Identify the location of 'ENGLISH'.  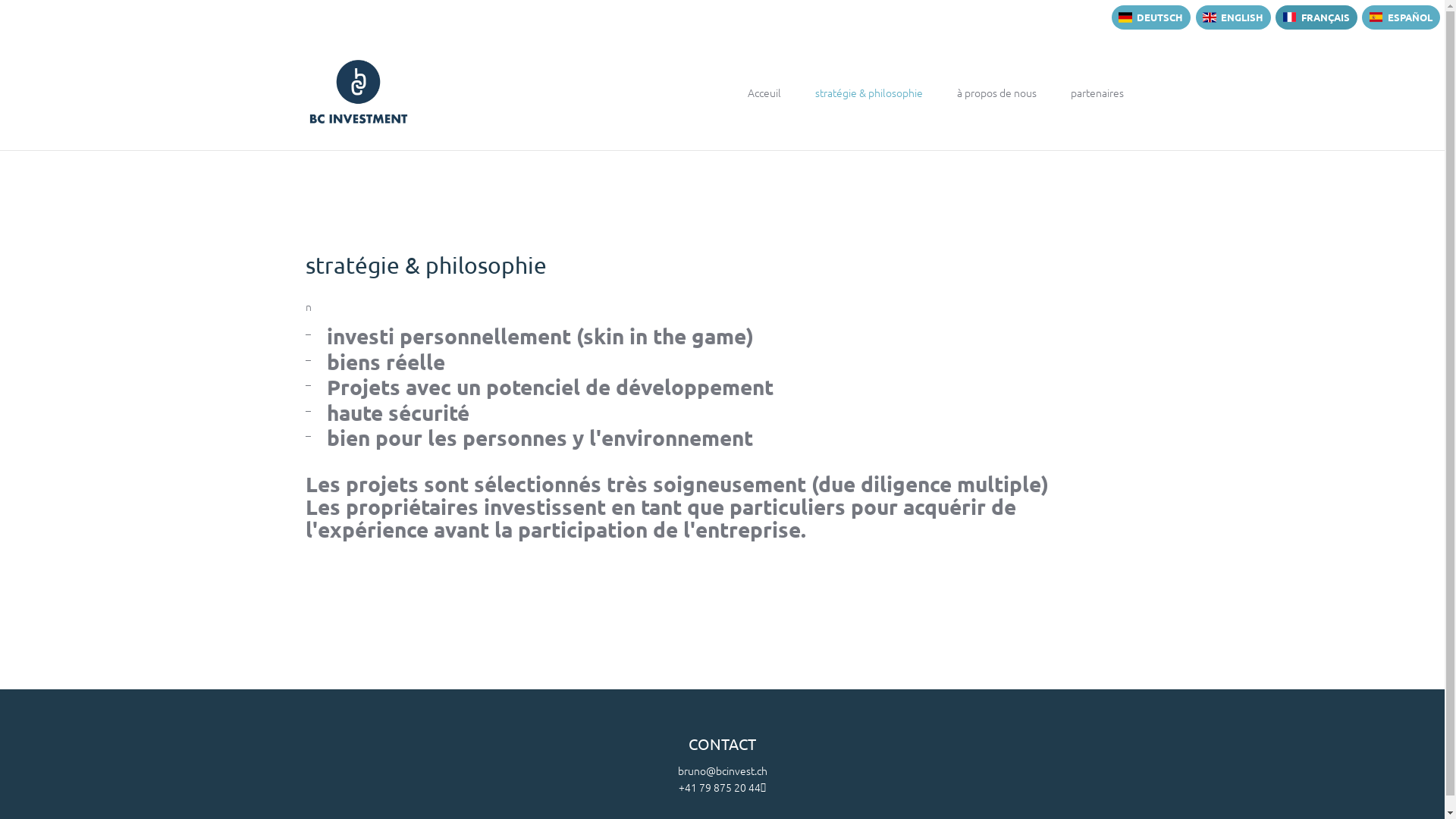
(1233, 17).